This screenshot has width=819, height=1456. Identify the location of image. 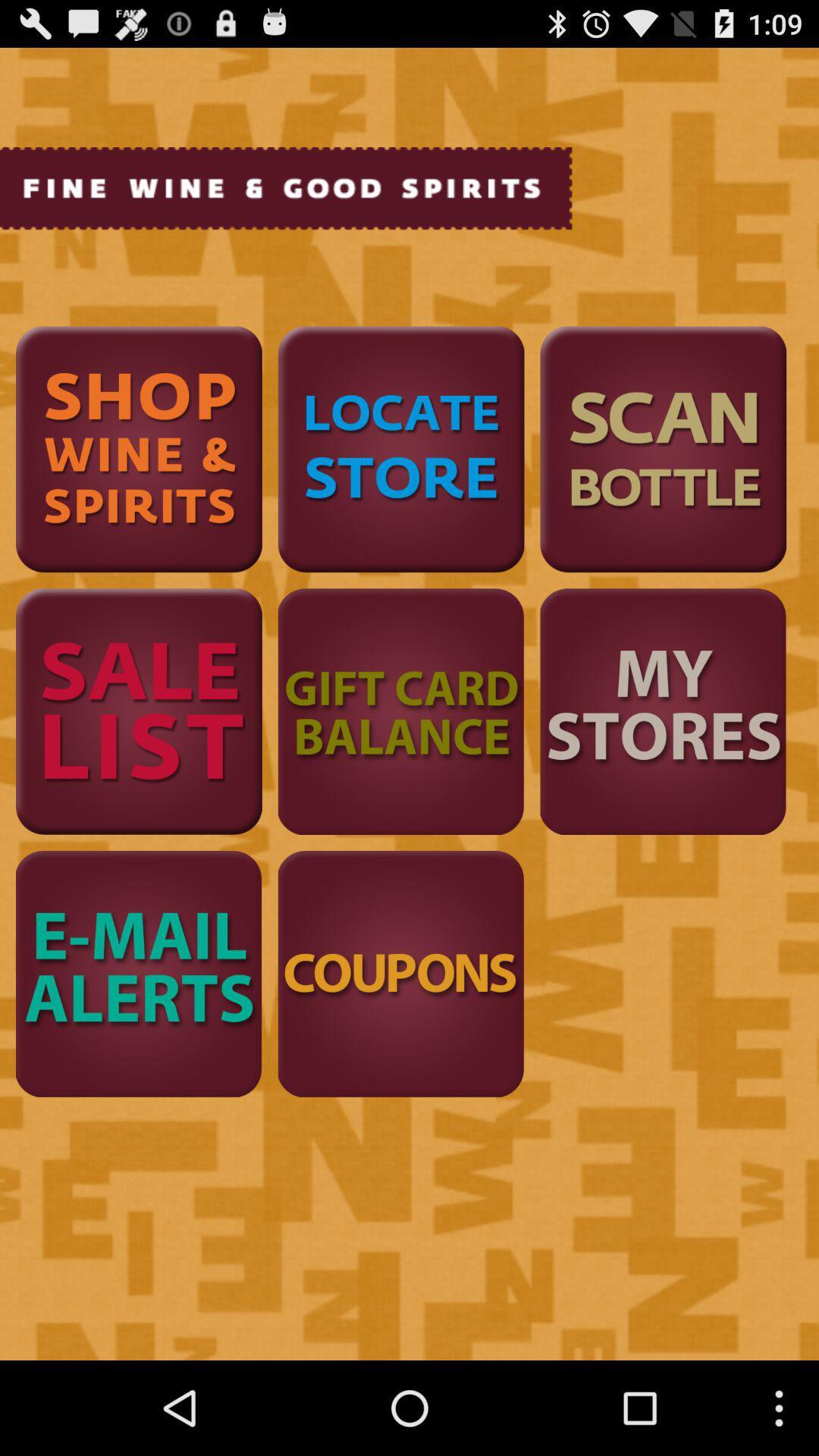
(139, 711).